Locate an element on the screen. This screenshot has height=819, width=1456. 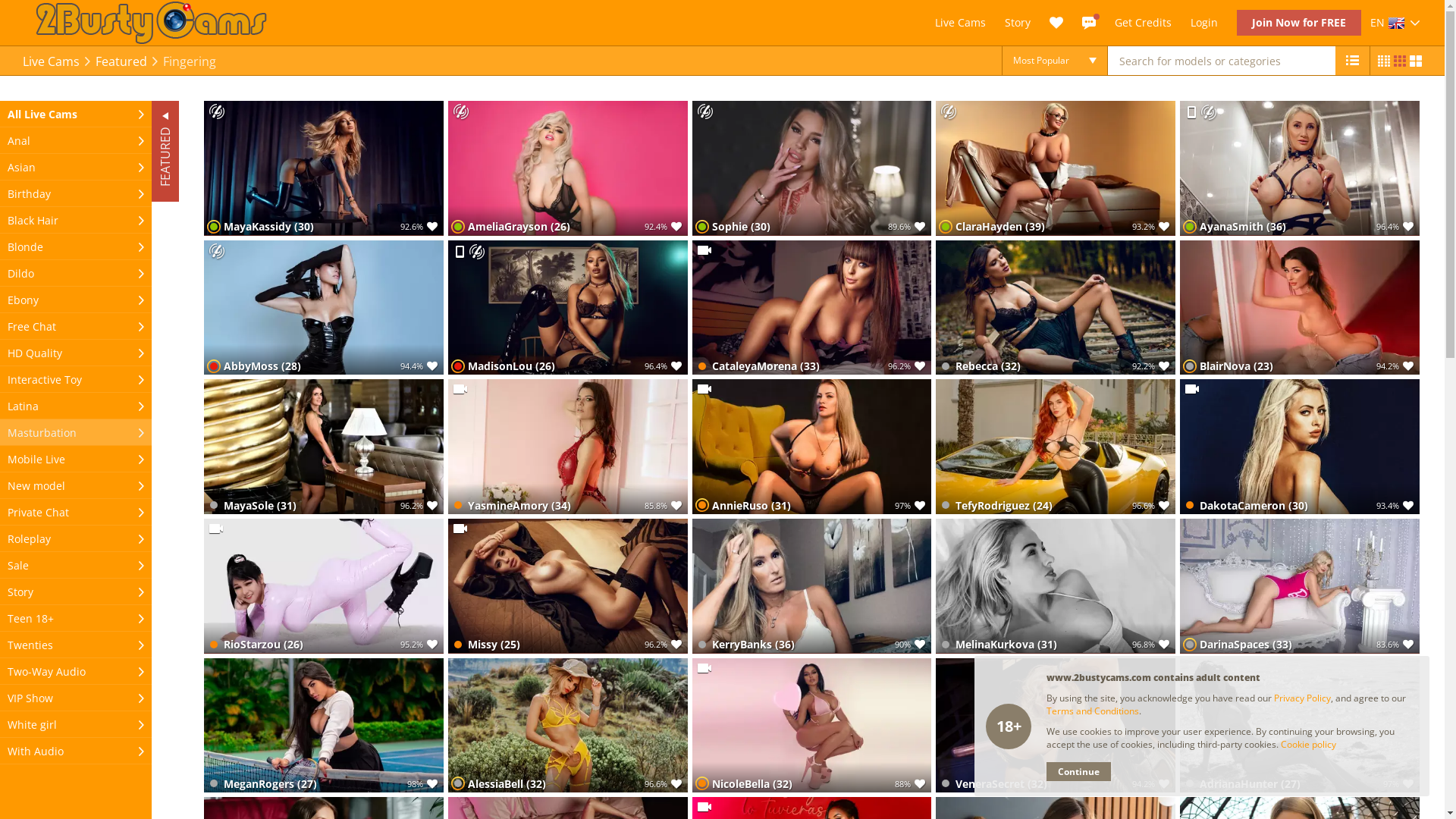
'Private Chat' is located at coordinates (0, 512).